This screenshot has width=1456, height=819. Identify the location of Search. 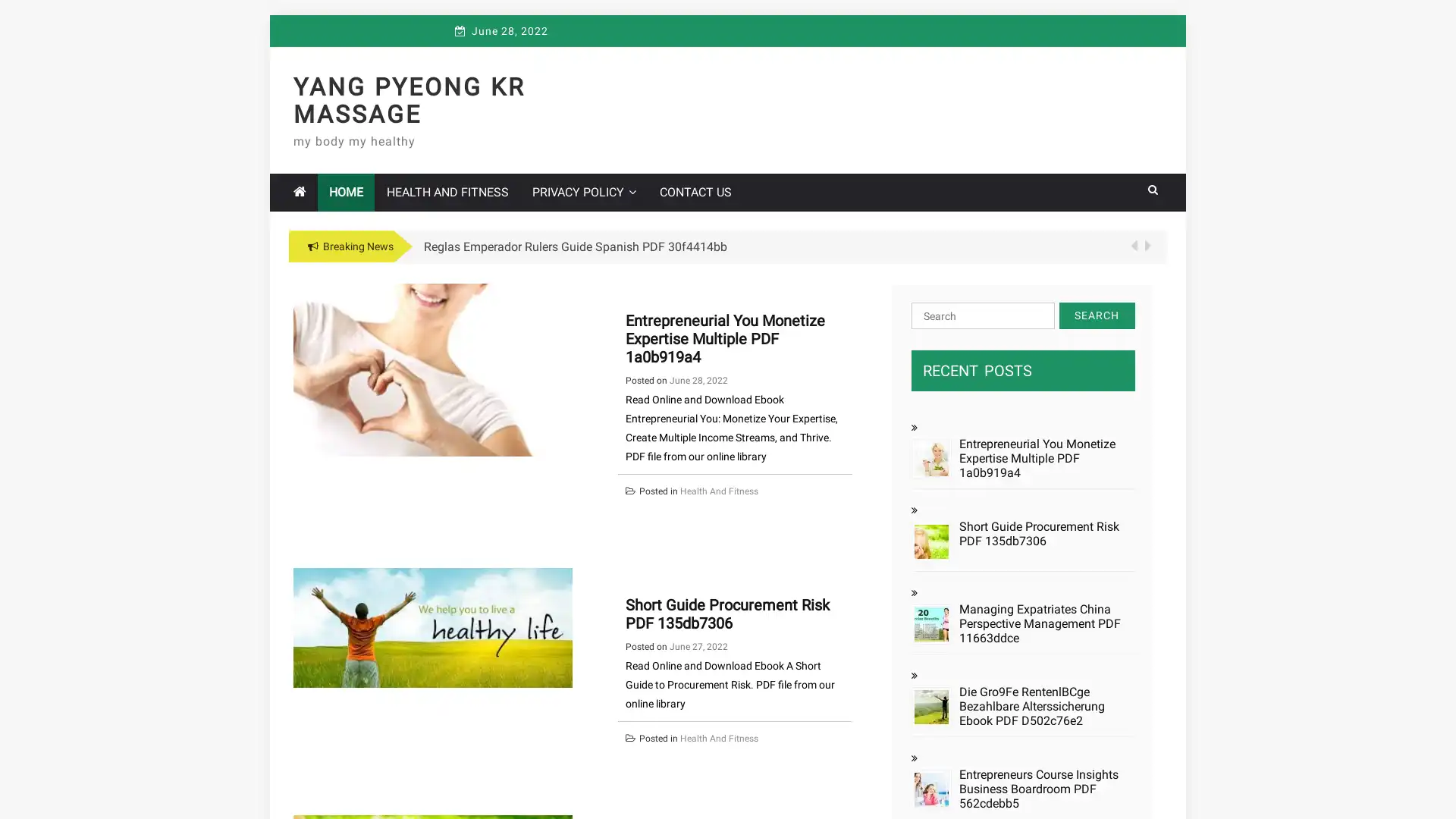
(1096, 315).